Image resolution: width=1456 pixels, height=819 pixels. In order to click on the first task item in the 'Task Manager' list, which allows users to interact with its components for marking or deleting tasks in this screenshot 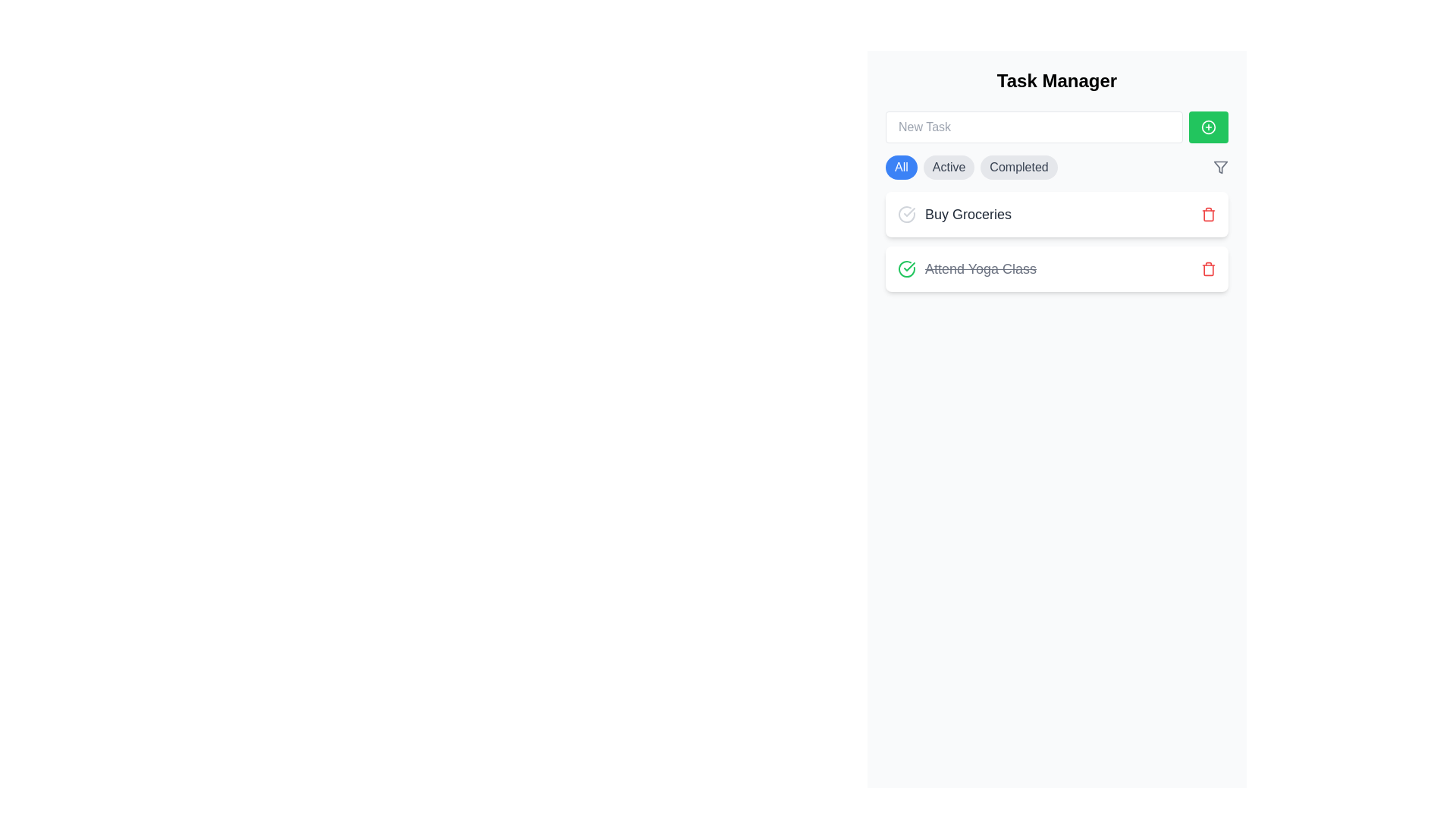, I will do `click(953, 214)`.